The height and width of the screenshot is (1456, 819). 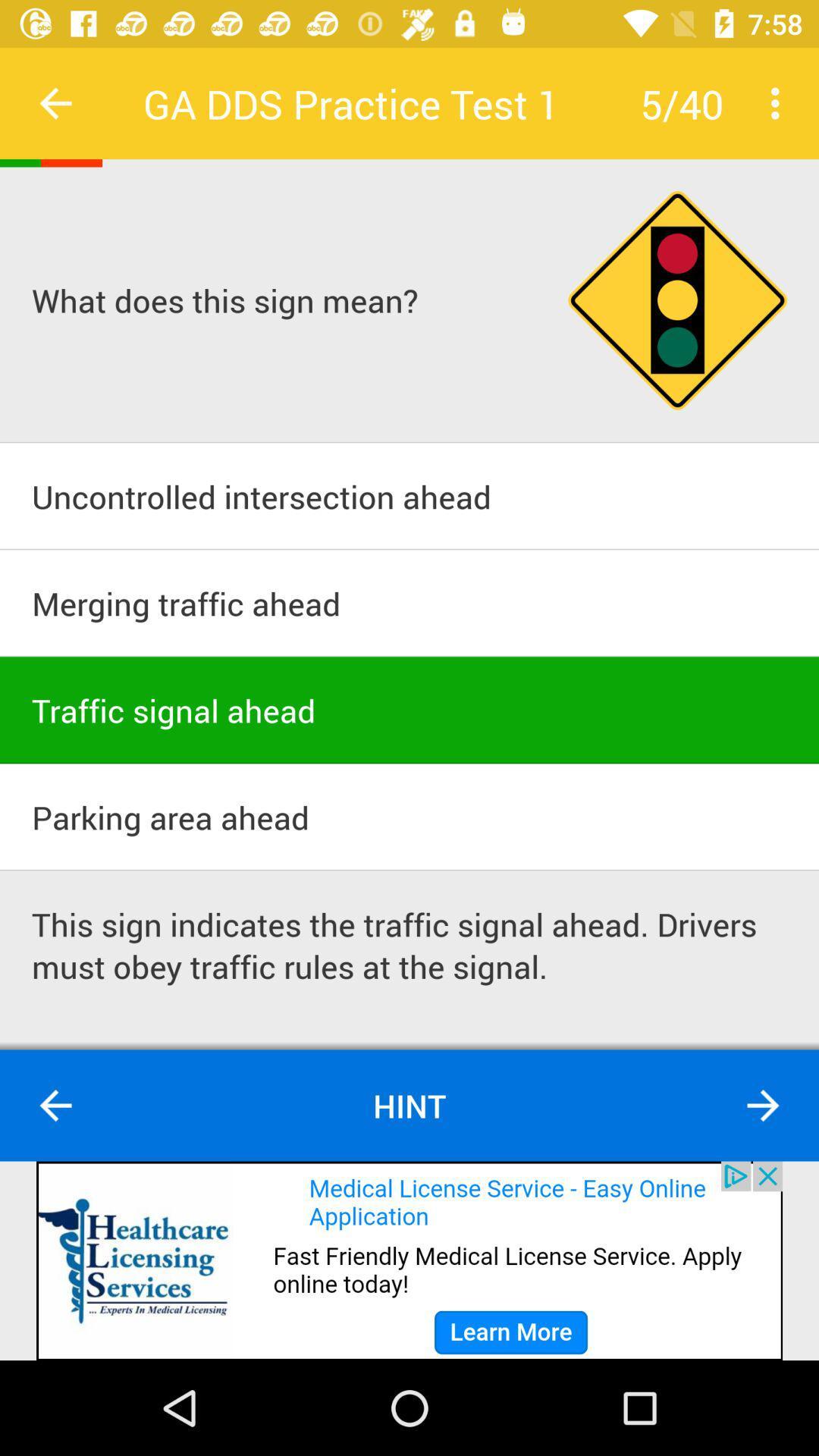 I want to click on cignal, so click(x=676, y=300).